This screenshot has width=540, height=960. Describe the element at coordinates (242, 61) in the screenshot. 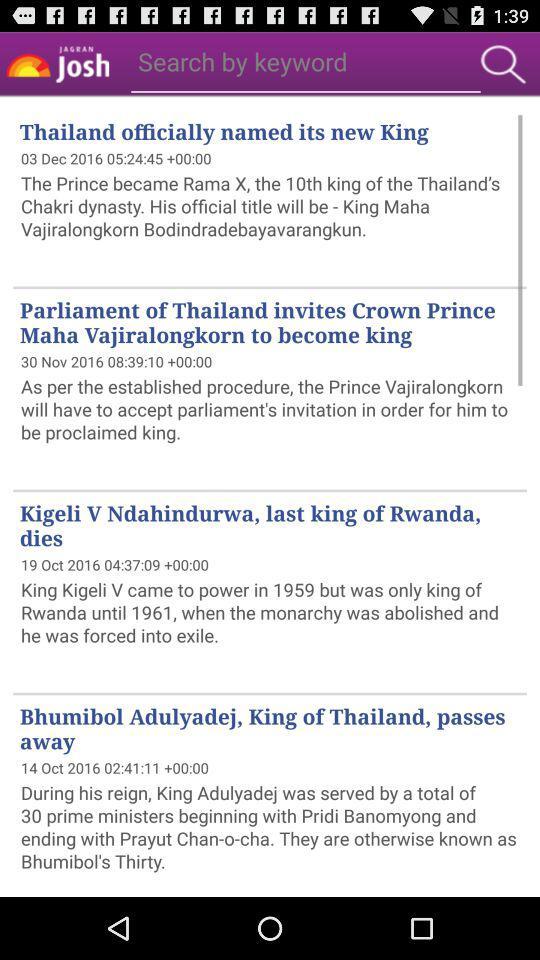

I see `search by keyword` at that location.